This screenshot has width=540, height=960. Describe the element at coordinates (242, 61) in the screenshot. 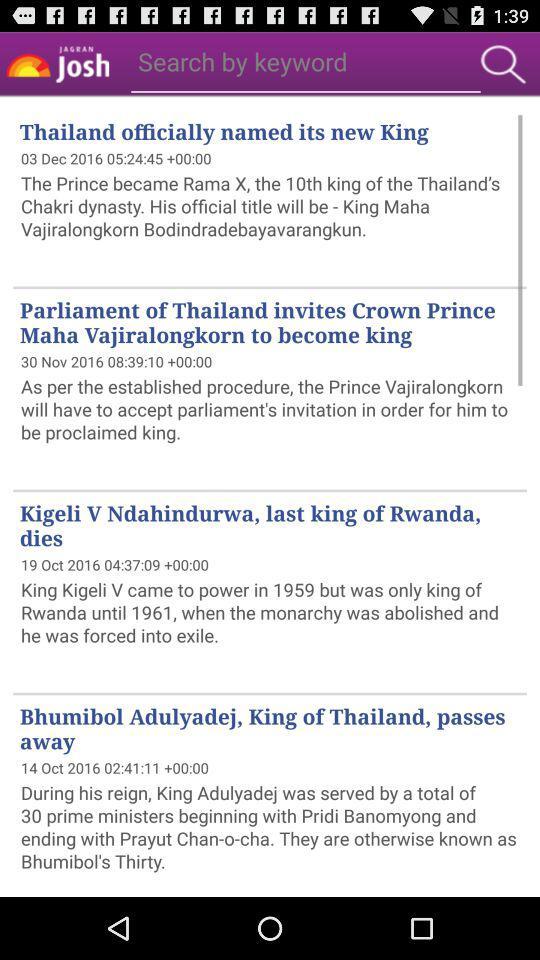

I see `search by keyword` at that location.